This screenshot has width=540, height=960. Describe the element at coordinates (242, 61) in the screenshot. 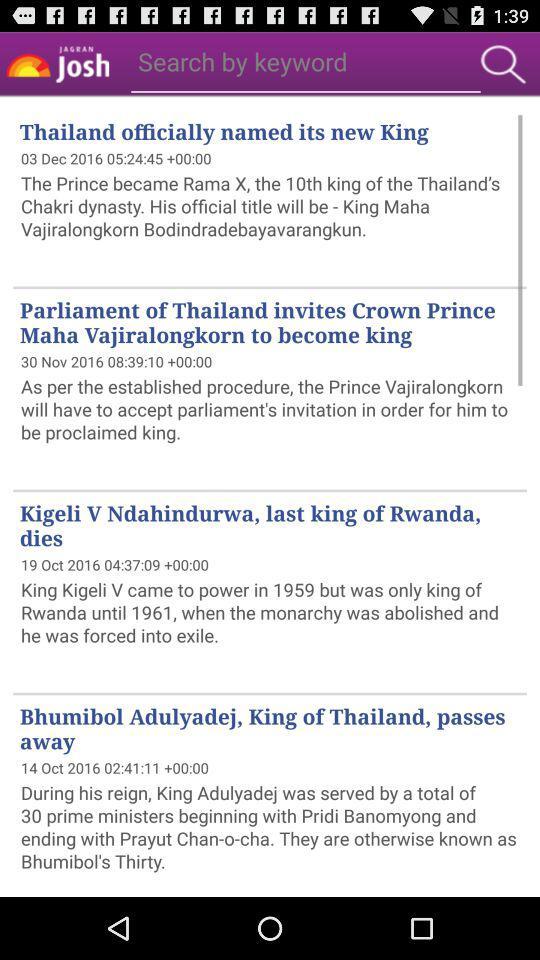

I see `search by keyword` at that location.